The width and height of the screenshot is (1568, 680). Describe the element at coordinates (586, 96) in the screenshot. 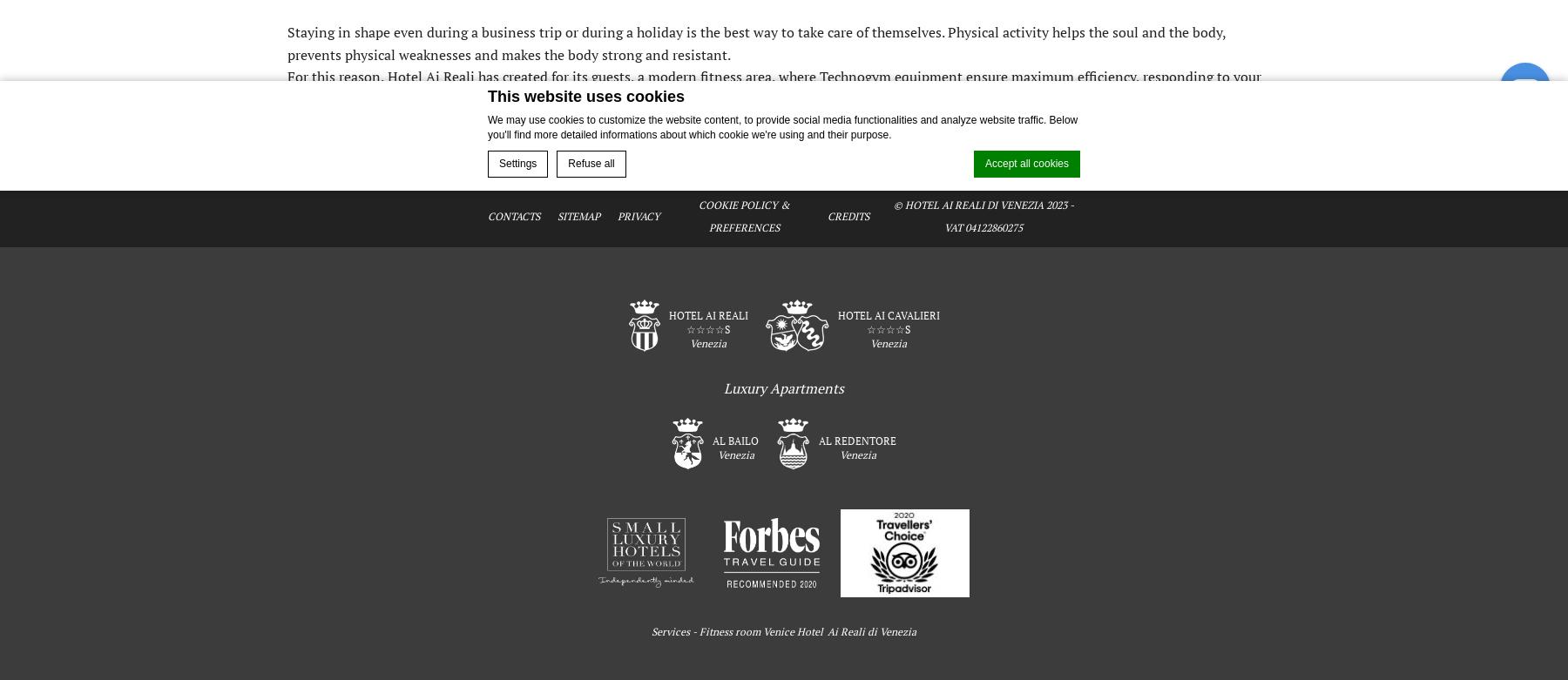

I see `'This website uses cookies'` at that location.